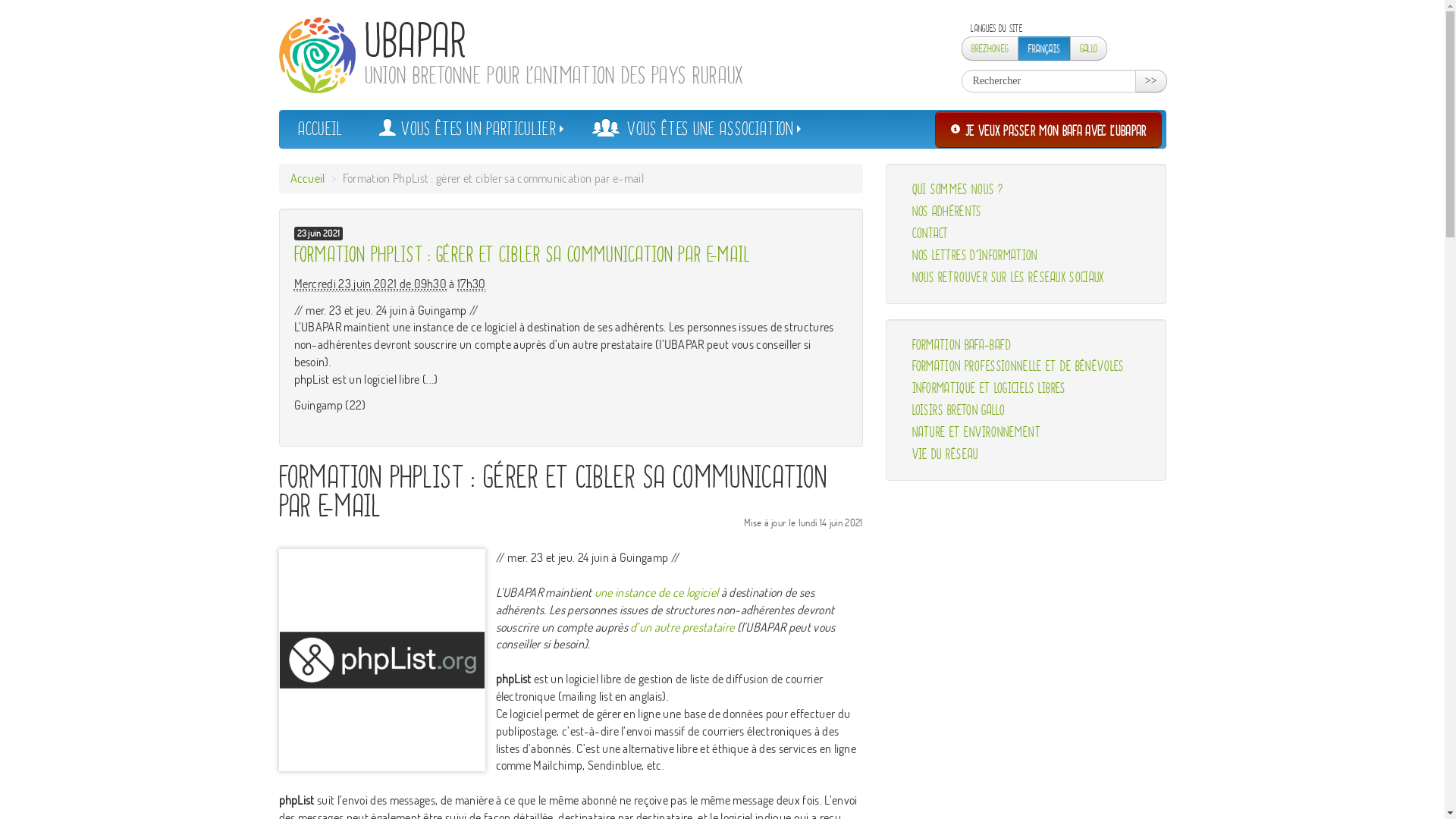 The height and width of the screenshot is (819, 1456). What do you see at coordinates (1026, 388) in the screenshot?
I see `'INFORMATIQUE ET LOGICIELS LIBRES'` at bounding box center [1026, 388].